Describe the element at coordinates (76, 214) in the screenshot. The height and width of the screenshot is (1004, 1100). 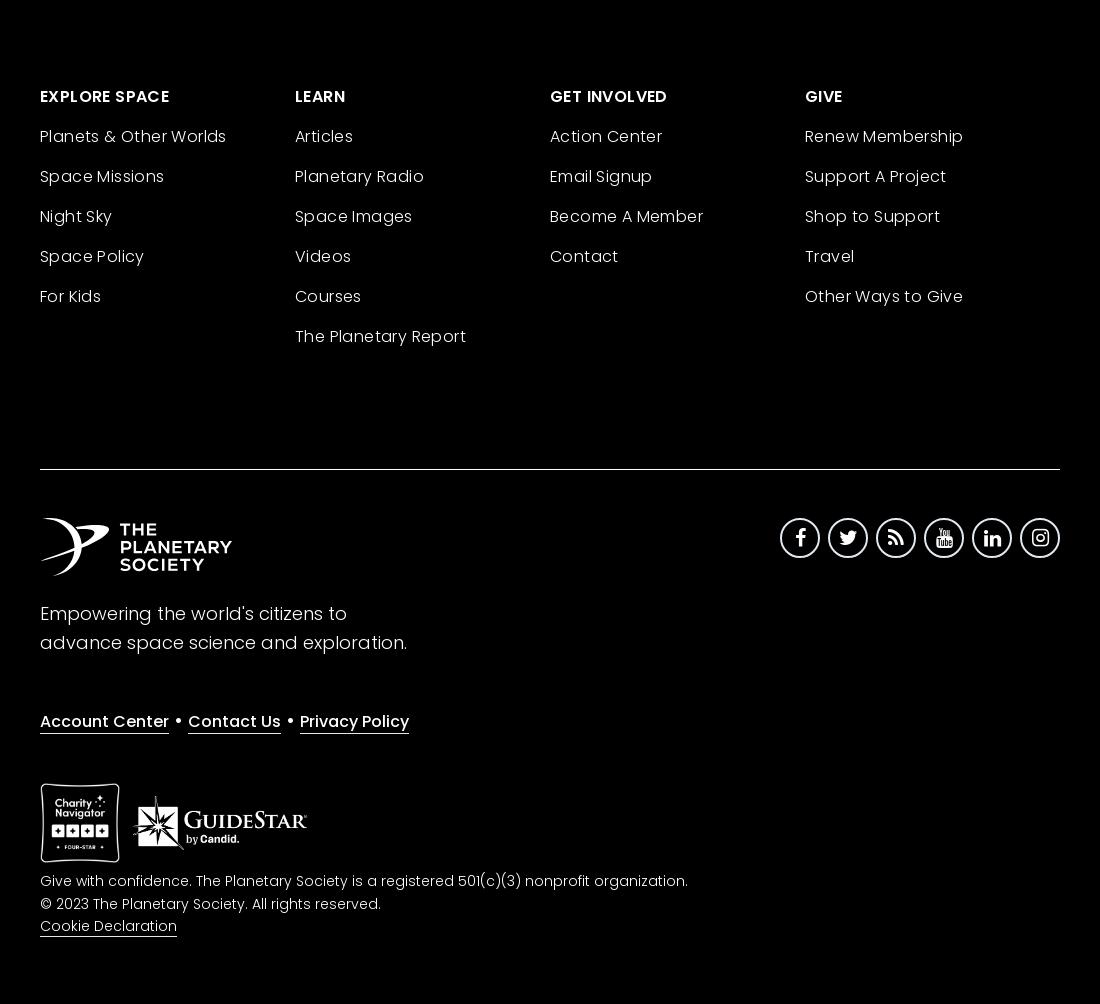
I see `'Night Sky'` at that location.